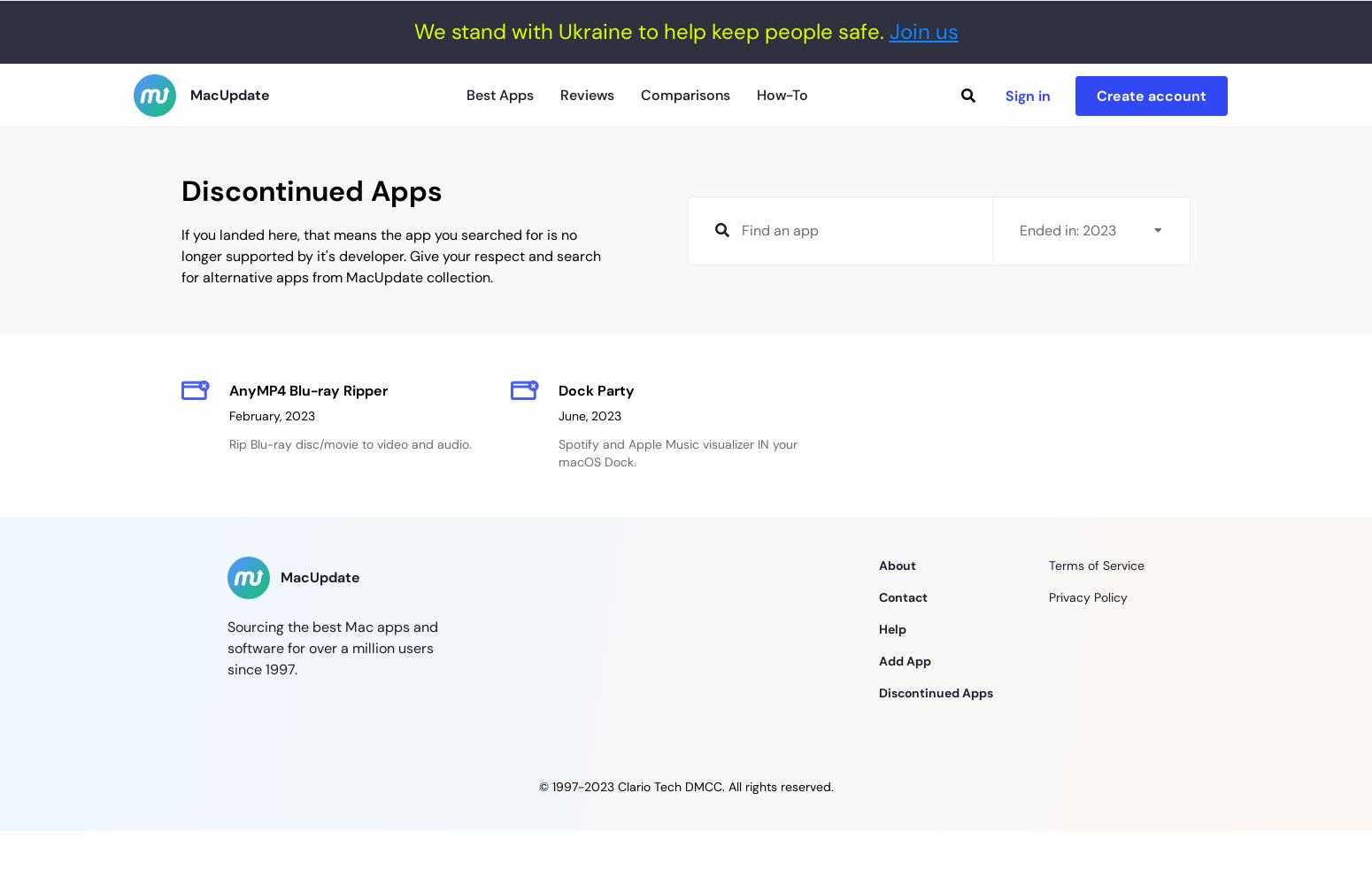  What do you see at coordinates (685, 93) in the screenshot?
I see `'Comparisons'` at bounding box center [685, 93].